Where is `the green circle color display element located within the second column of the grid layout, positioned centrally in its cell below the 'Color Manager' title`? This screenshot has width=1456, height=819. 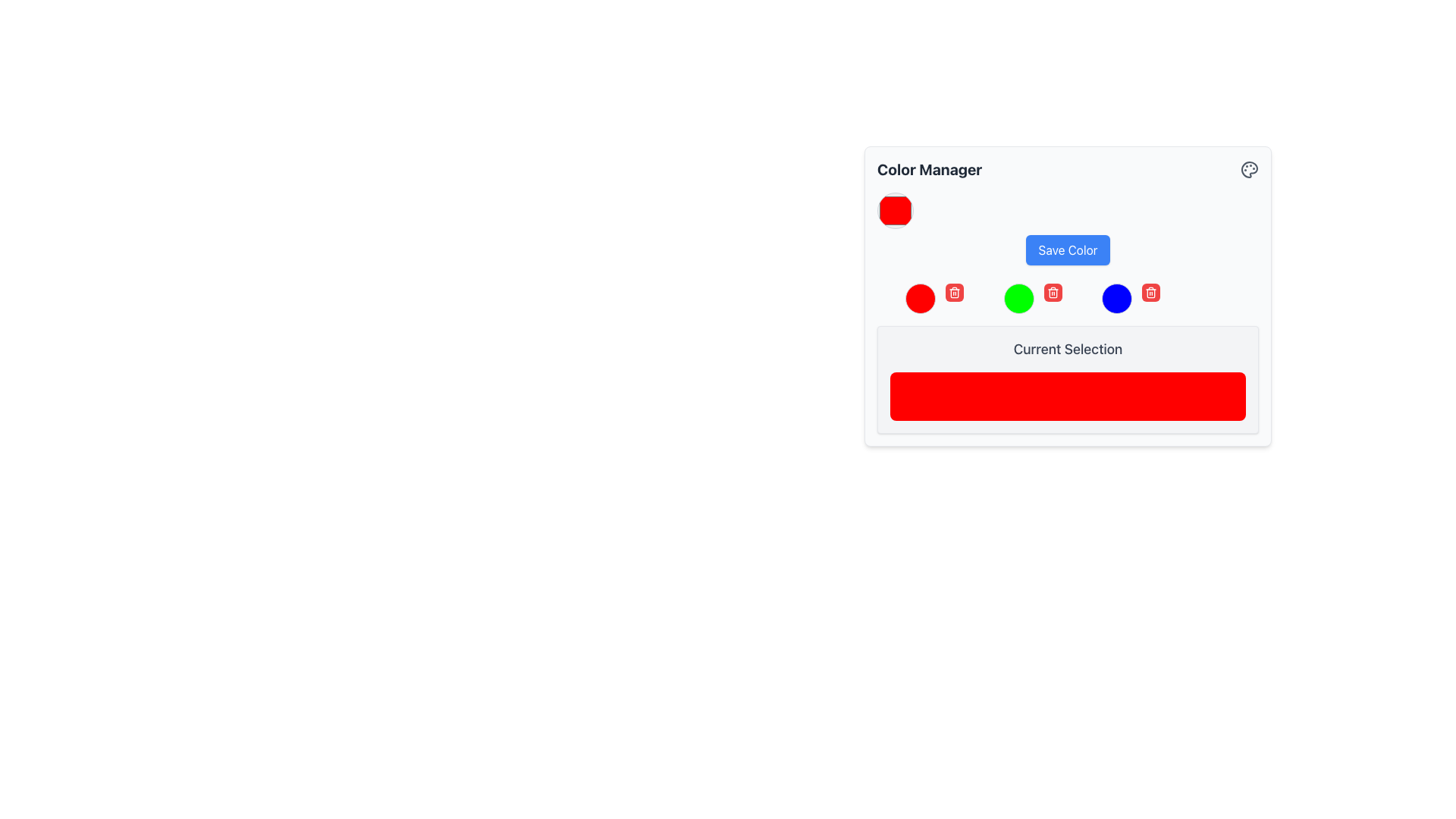 the green circle color display element located within the second column of the grid layout, positioned centrally in its cell below the 'Color Manager' title is located at coordinates (1018, 298).